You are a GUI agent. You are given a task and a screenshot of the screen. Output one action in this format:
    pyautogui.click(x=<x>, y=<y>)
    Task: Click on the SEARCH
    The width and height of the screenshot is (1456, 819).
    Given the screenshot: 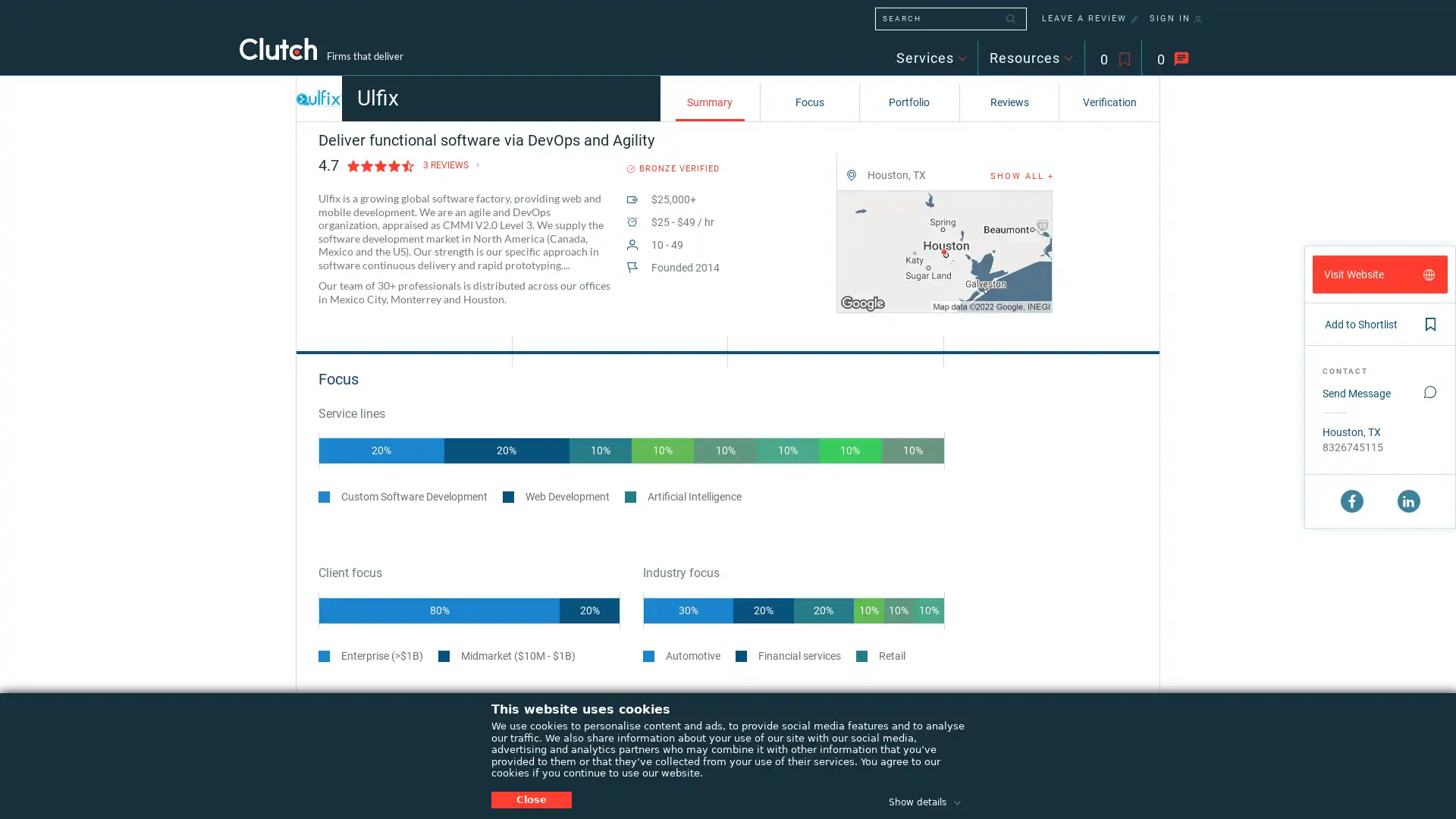 What is the action you would take?
    pyautogui.click(x=949, y=18)
    